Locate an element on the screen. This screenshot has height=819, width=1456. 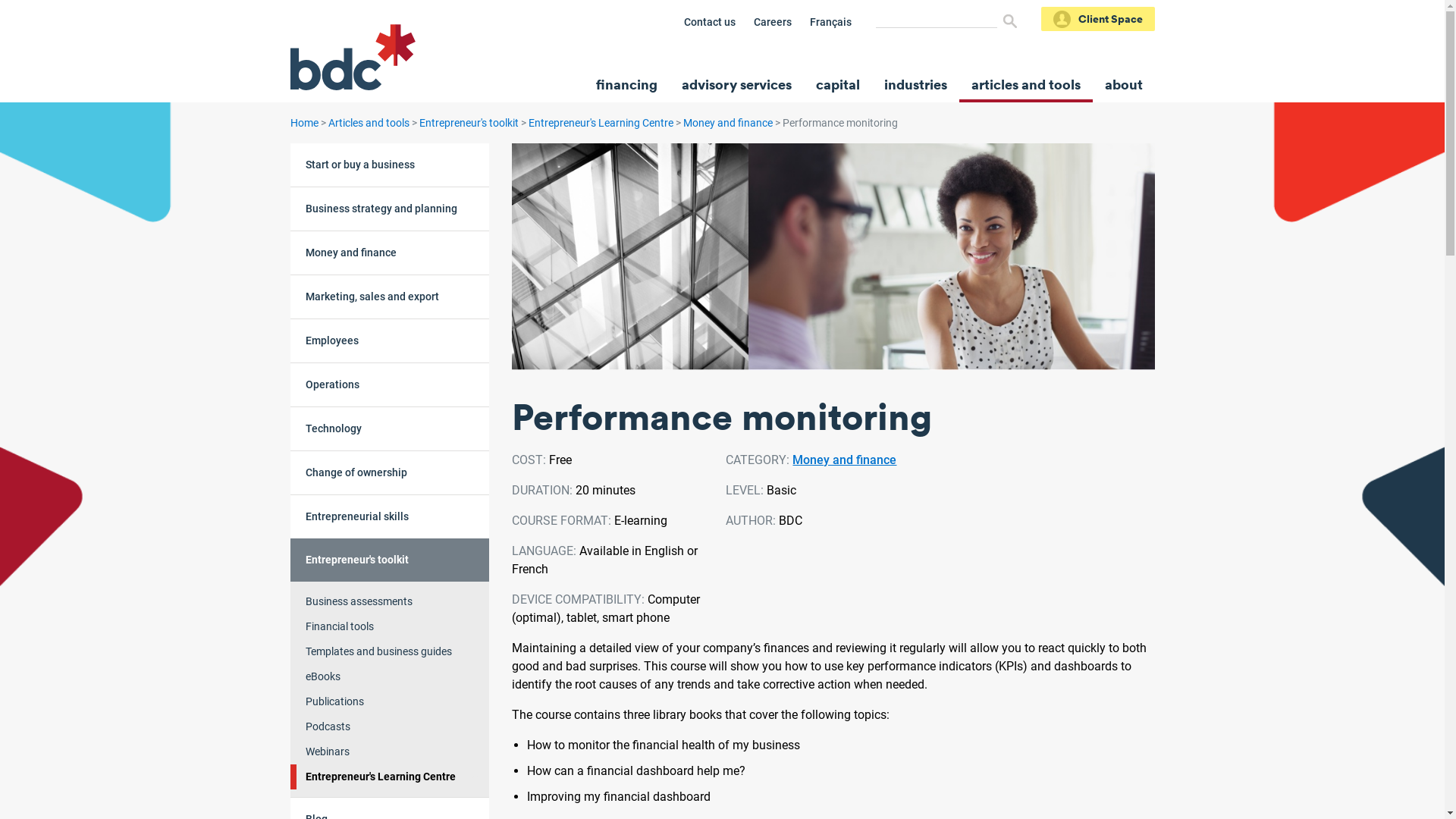
'Business assessments' is located at coordinates (389, 601).